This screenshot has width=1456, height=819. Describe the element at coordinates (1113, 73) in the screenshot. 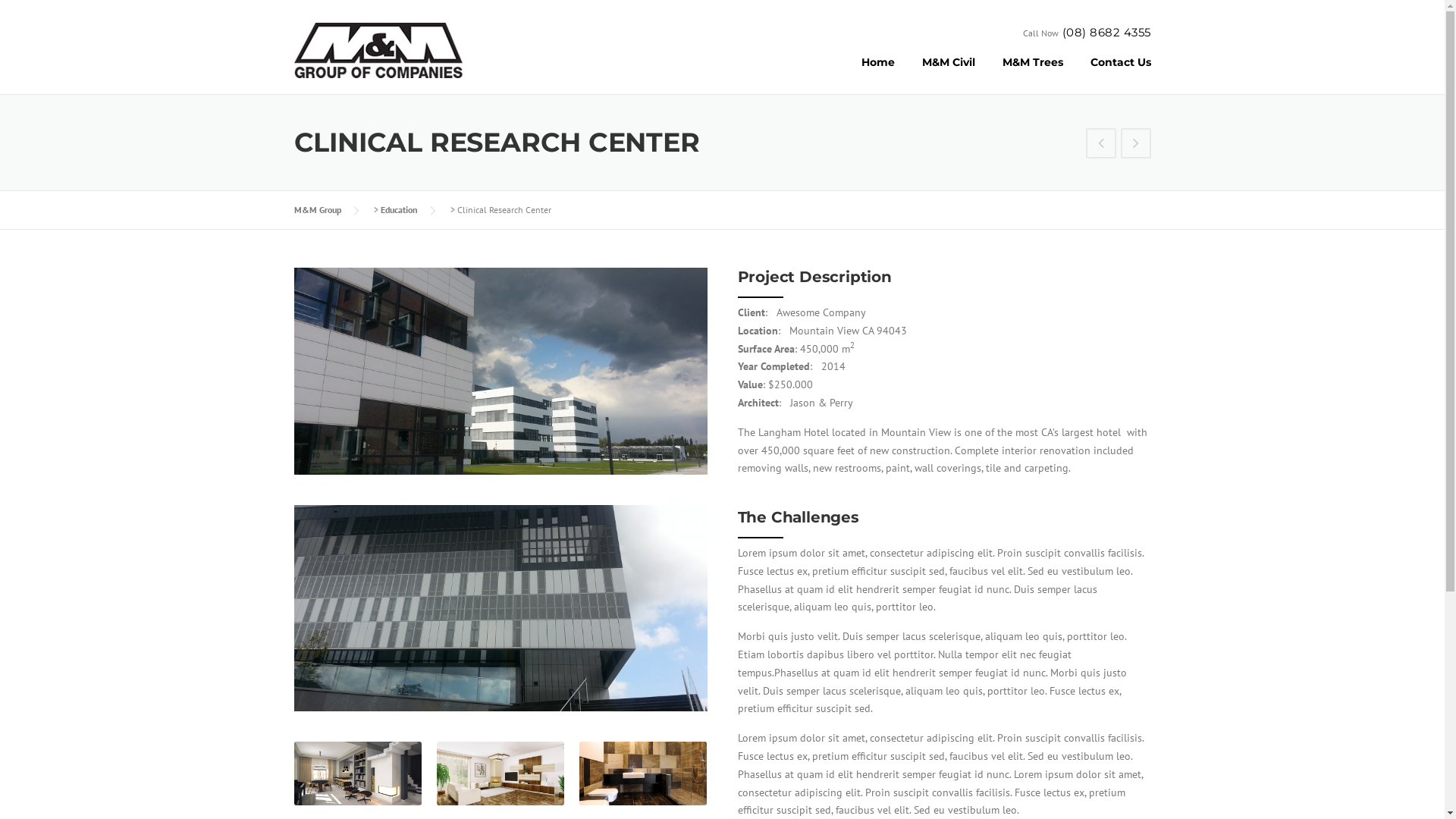

I see `'Contact Us'` at that location.